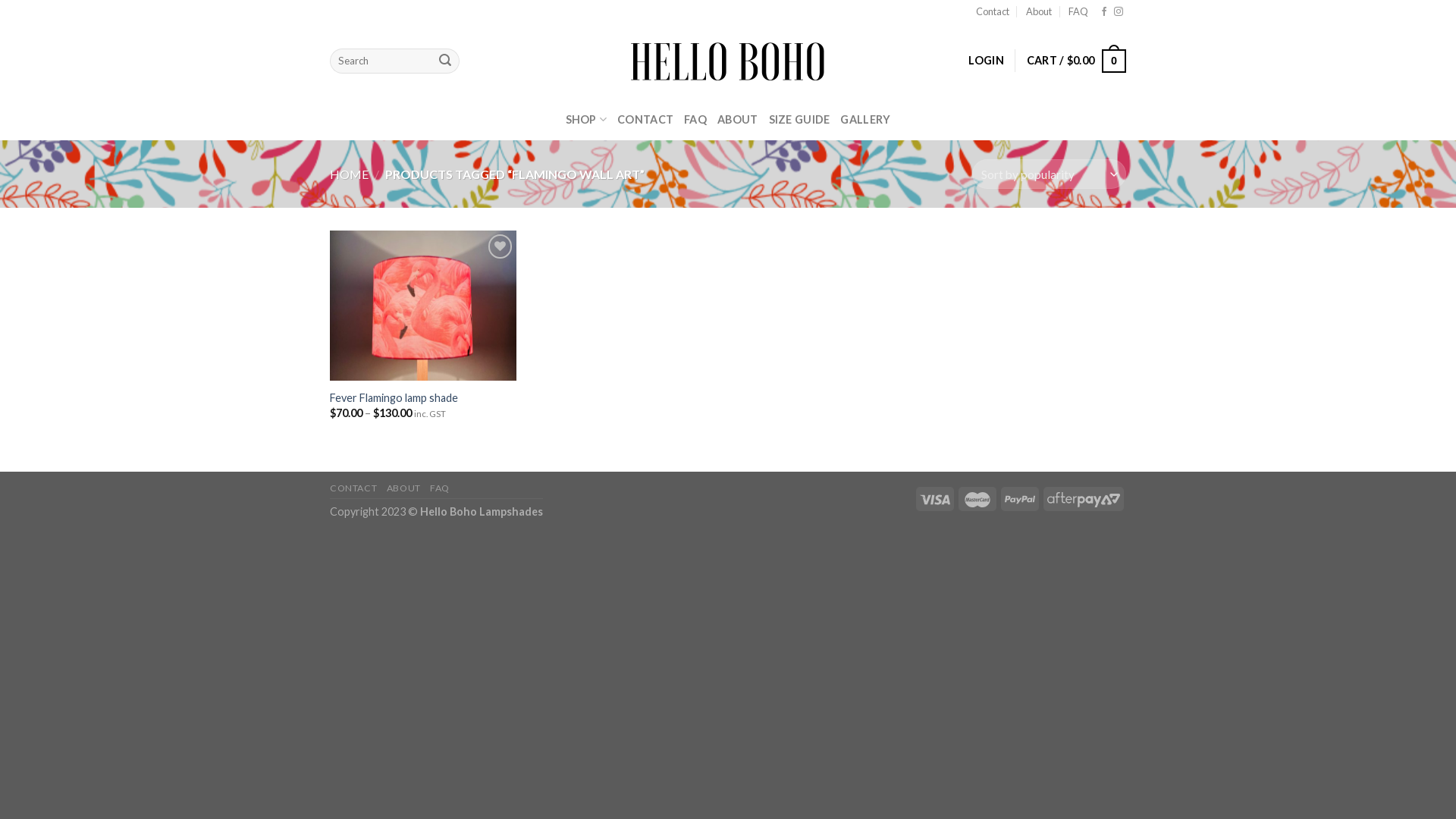 This screenshot has width=1456, height=819. What do you see at coordinates (1077, 11) in the screenshot?
I see `'FAQ'` at bounding box center [1077, 11].